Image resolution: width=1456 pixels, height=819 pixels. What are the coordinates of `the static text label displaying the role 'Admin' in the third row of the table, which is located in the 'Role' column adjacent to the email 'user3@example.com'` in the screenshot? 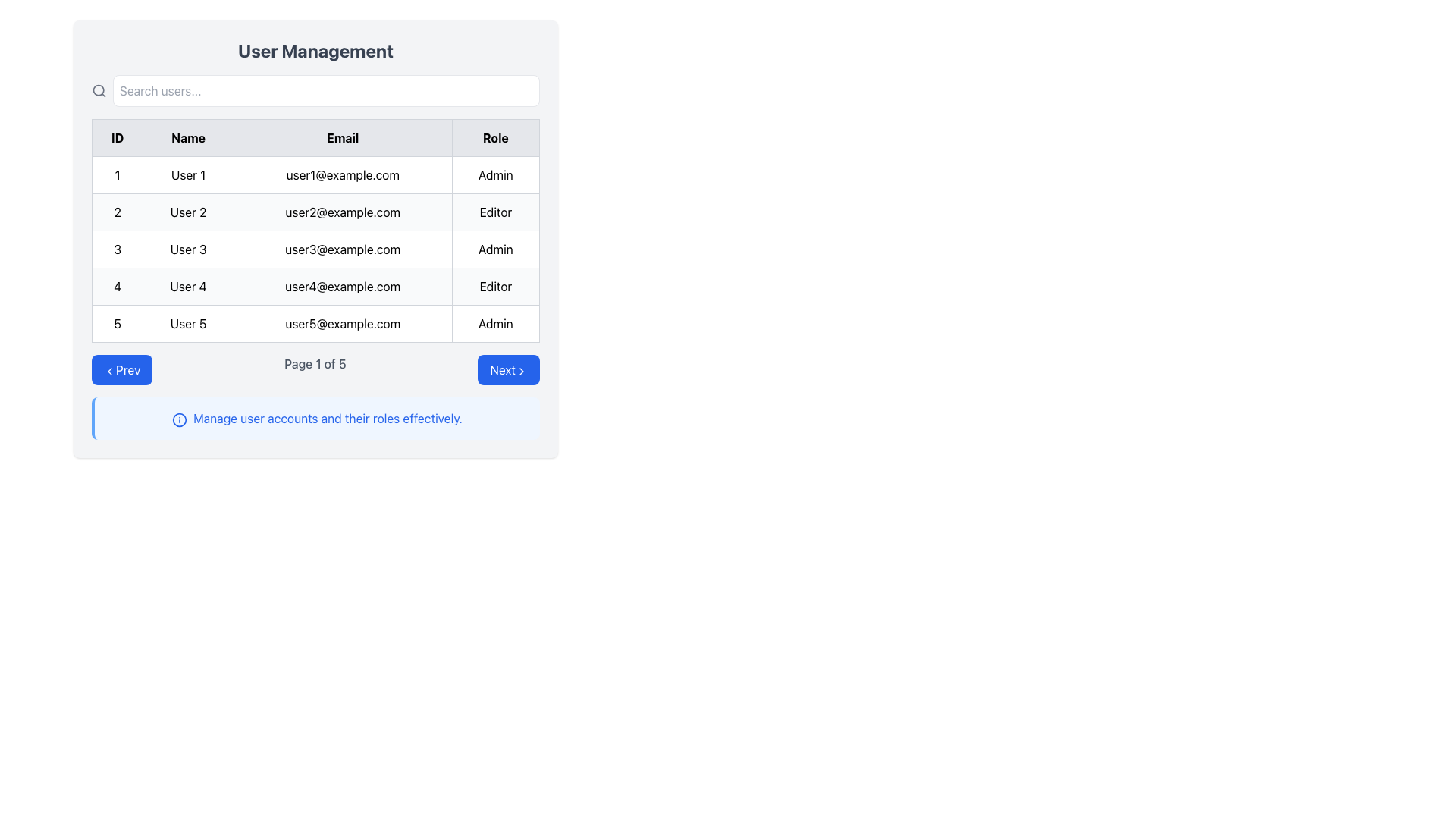 It's located at (495, 248).